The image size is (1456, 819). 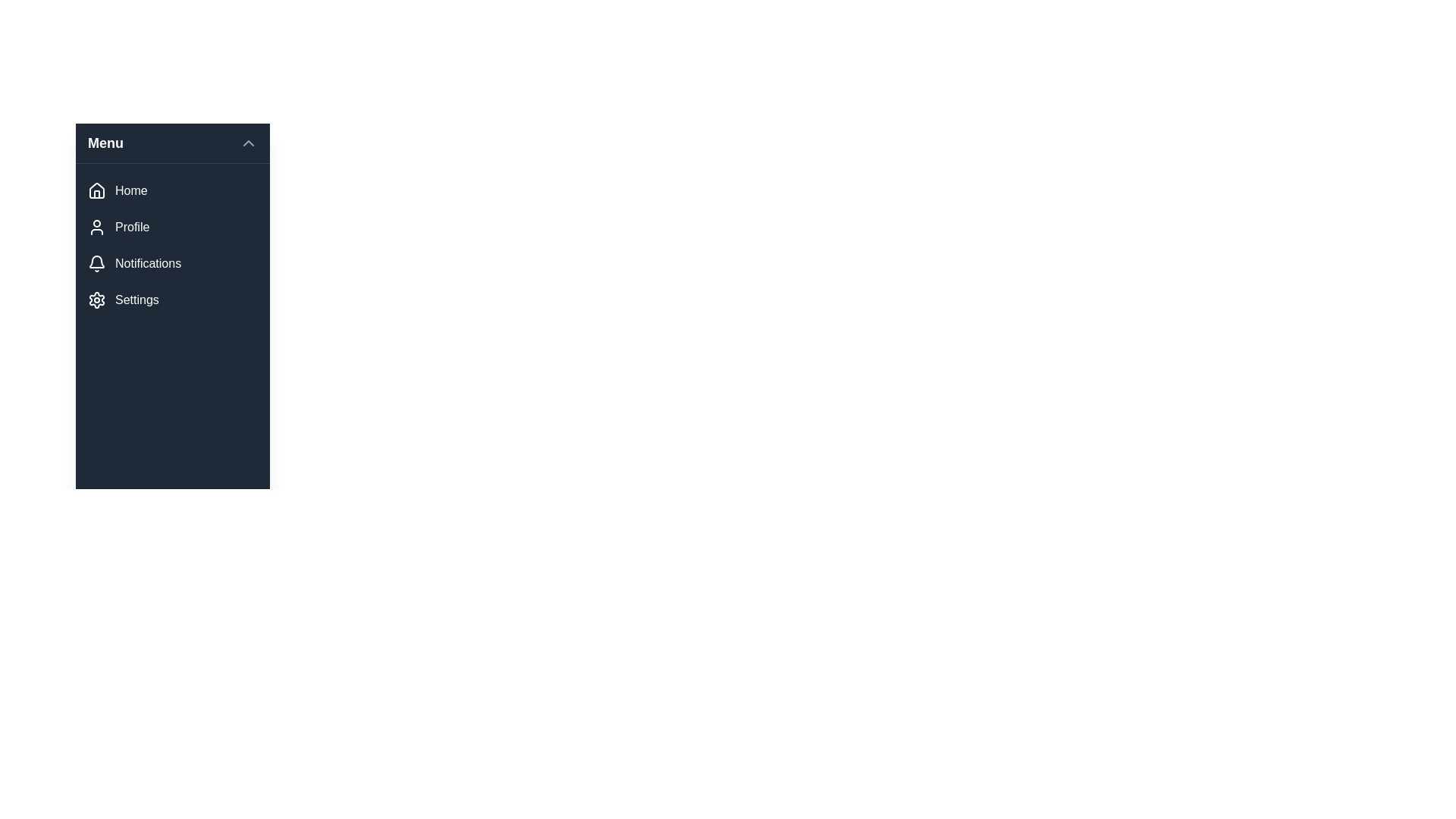 What do you see at coordinates (172, 227) in the screenshot?
I see `the second item` at bounding box center [172, 227].